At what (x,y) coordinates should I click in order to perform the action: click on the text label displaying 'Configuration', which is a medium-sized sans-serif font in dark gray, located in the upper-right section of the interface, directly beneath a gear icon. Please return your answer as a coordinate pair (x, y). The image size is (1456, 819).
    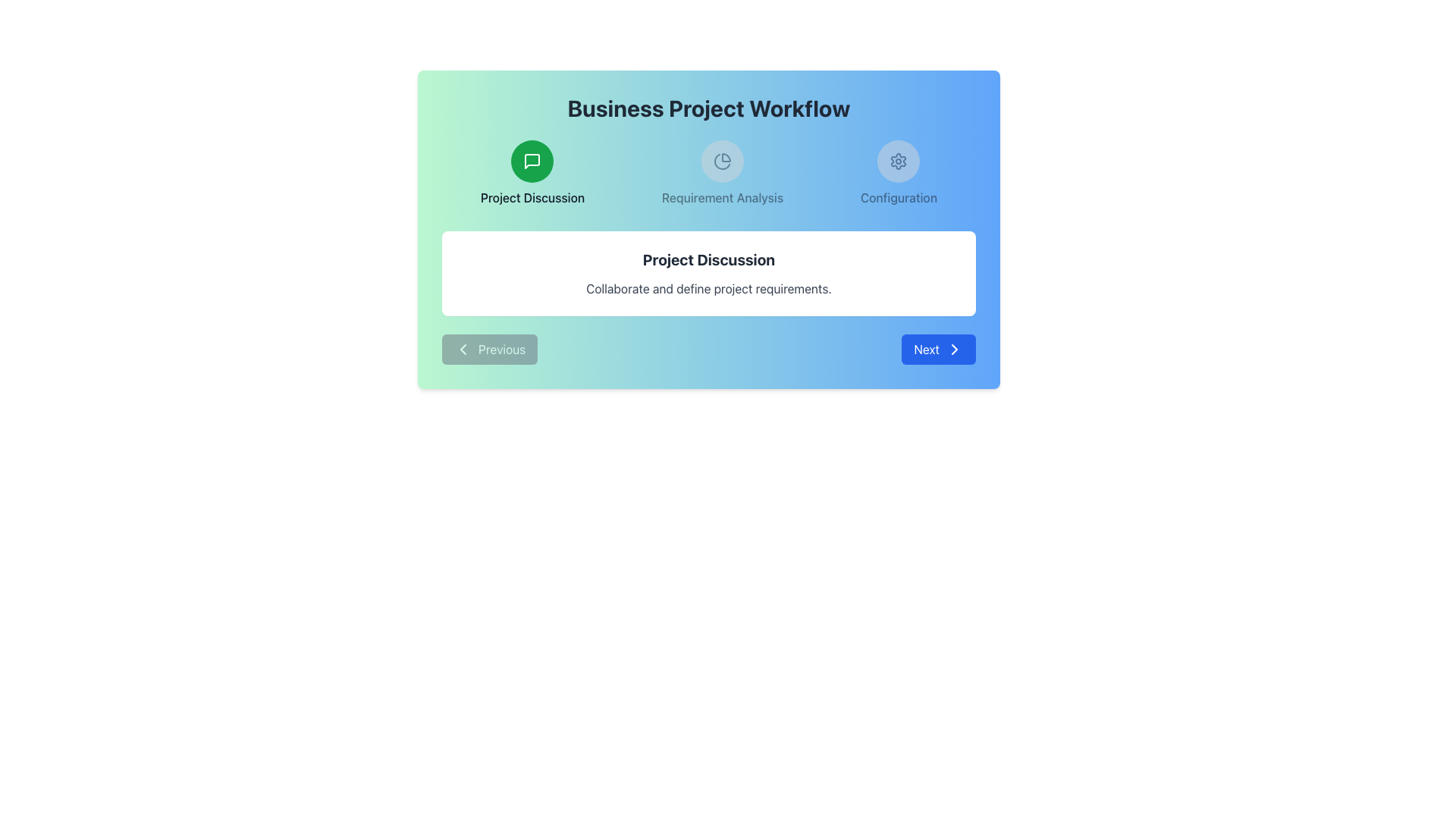
    Looking at the image, I should click on (899, 197).